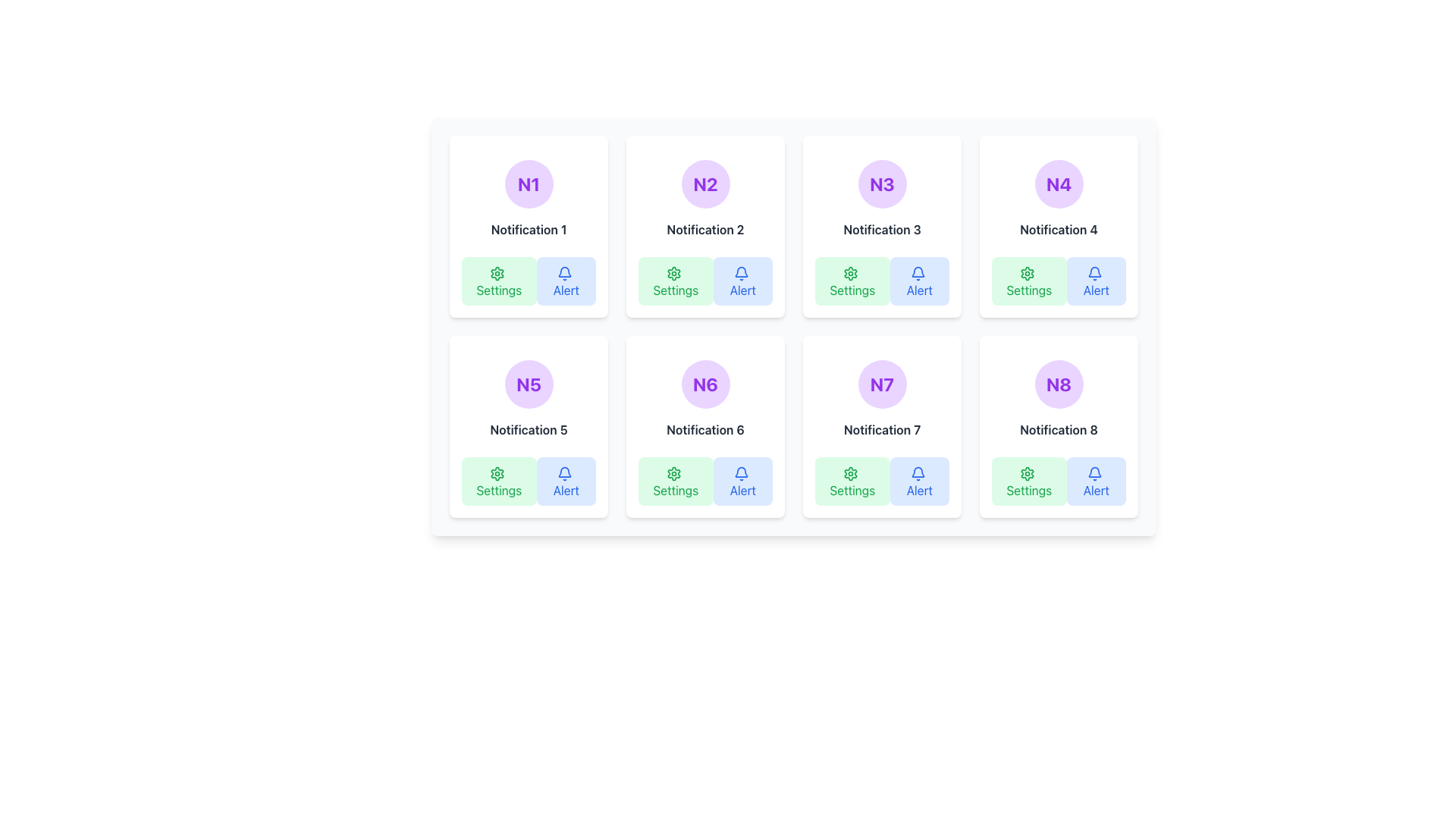 Image resolution: width=1456 pixels, height=819 pixels. Describe the element at coordinates (852, 482) in the screenshot. I see `the 'Settings' button with a light green rectangular background and a gear icon located at the bottom left of the 'Notification 7' card` at that location.